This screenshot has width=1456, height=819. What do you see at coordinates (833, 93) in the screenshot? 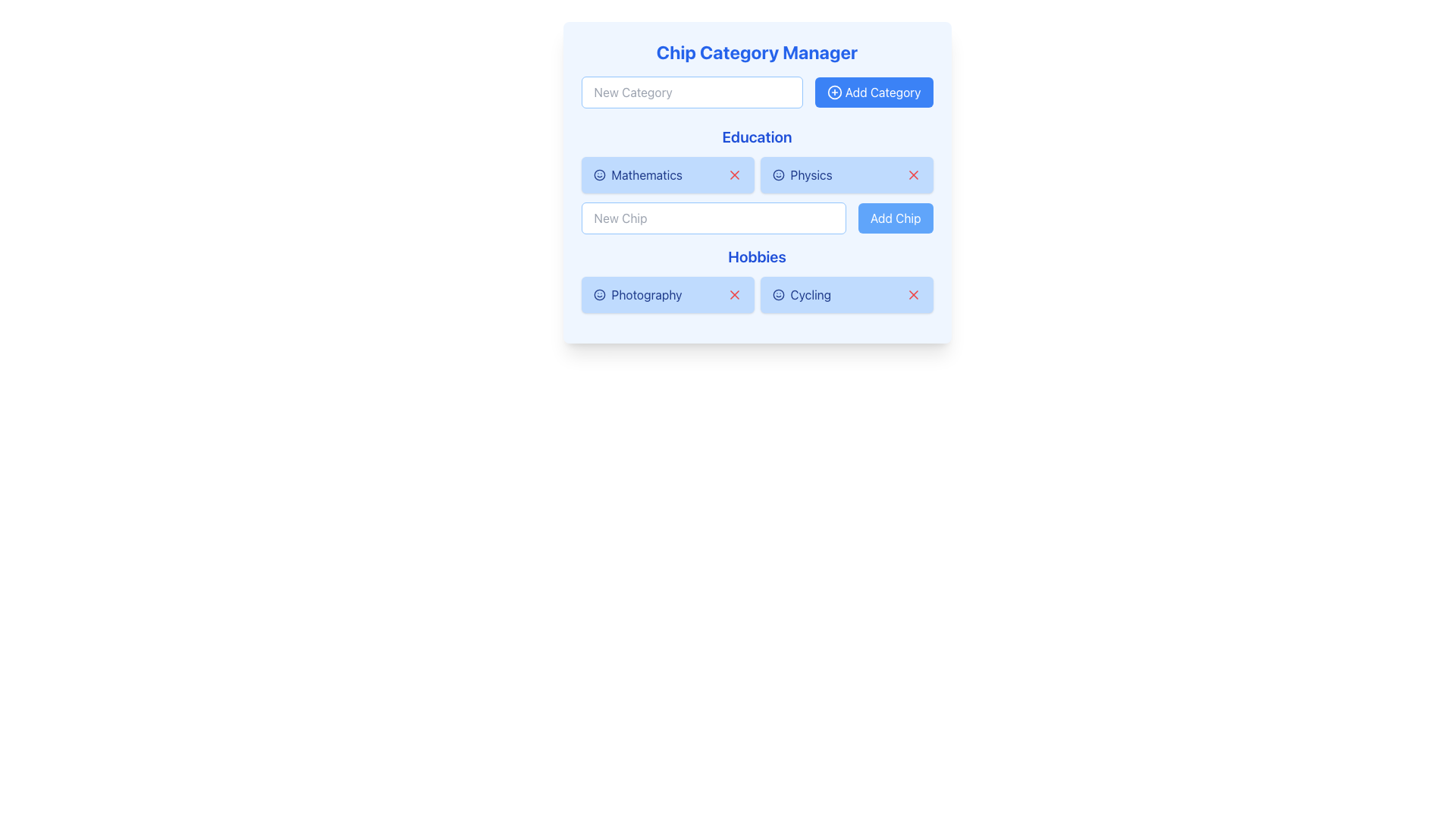
I see `the icon located on the far-left side of the 'Add Category' button` at bounding box center [833, 93].